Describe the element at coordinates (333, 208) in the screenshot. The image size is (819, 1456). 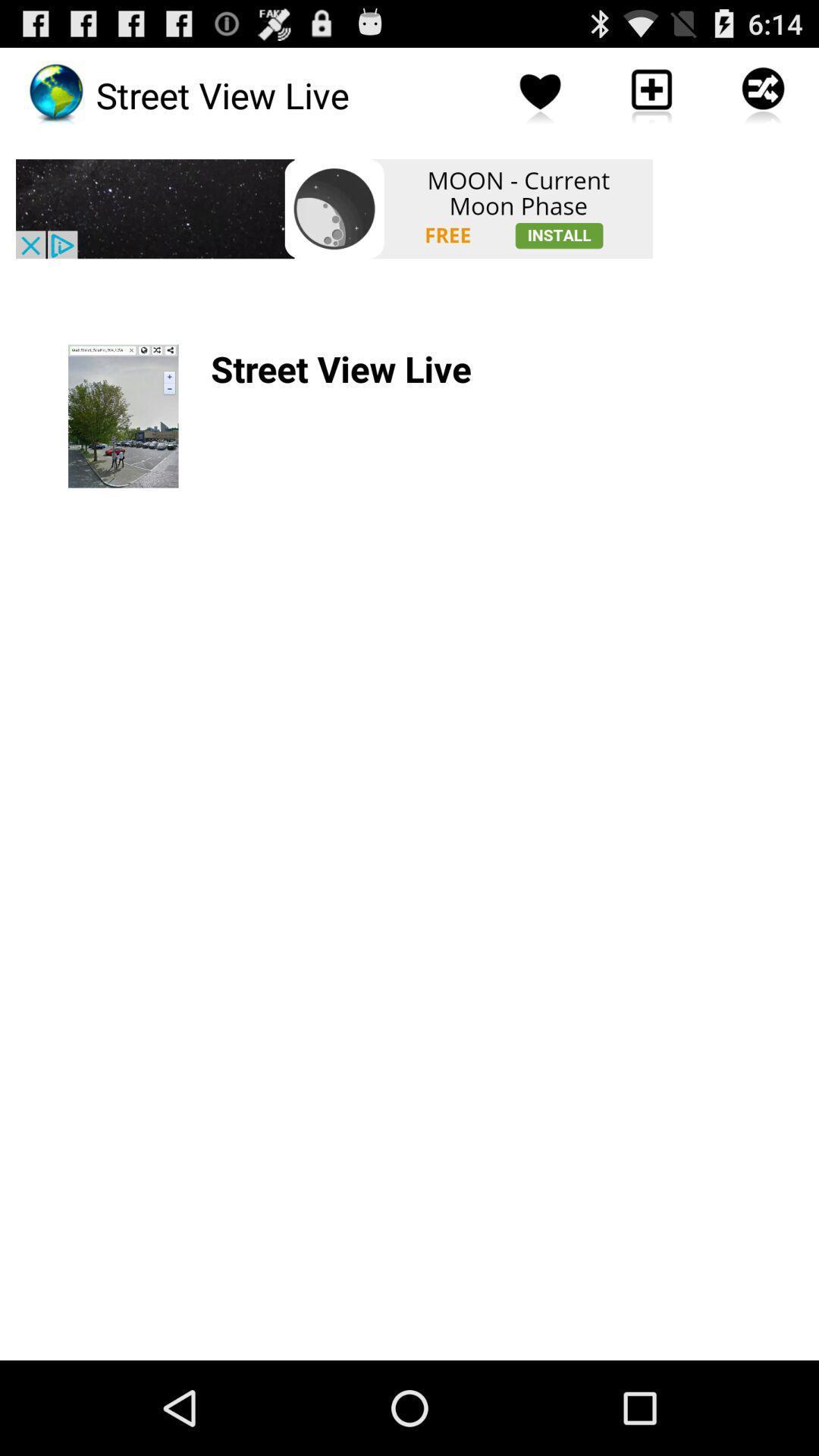
I see `launch advertisement` at that location.